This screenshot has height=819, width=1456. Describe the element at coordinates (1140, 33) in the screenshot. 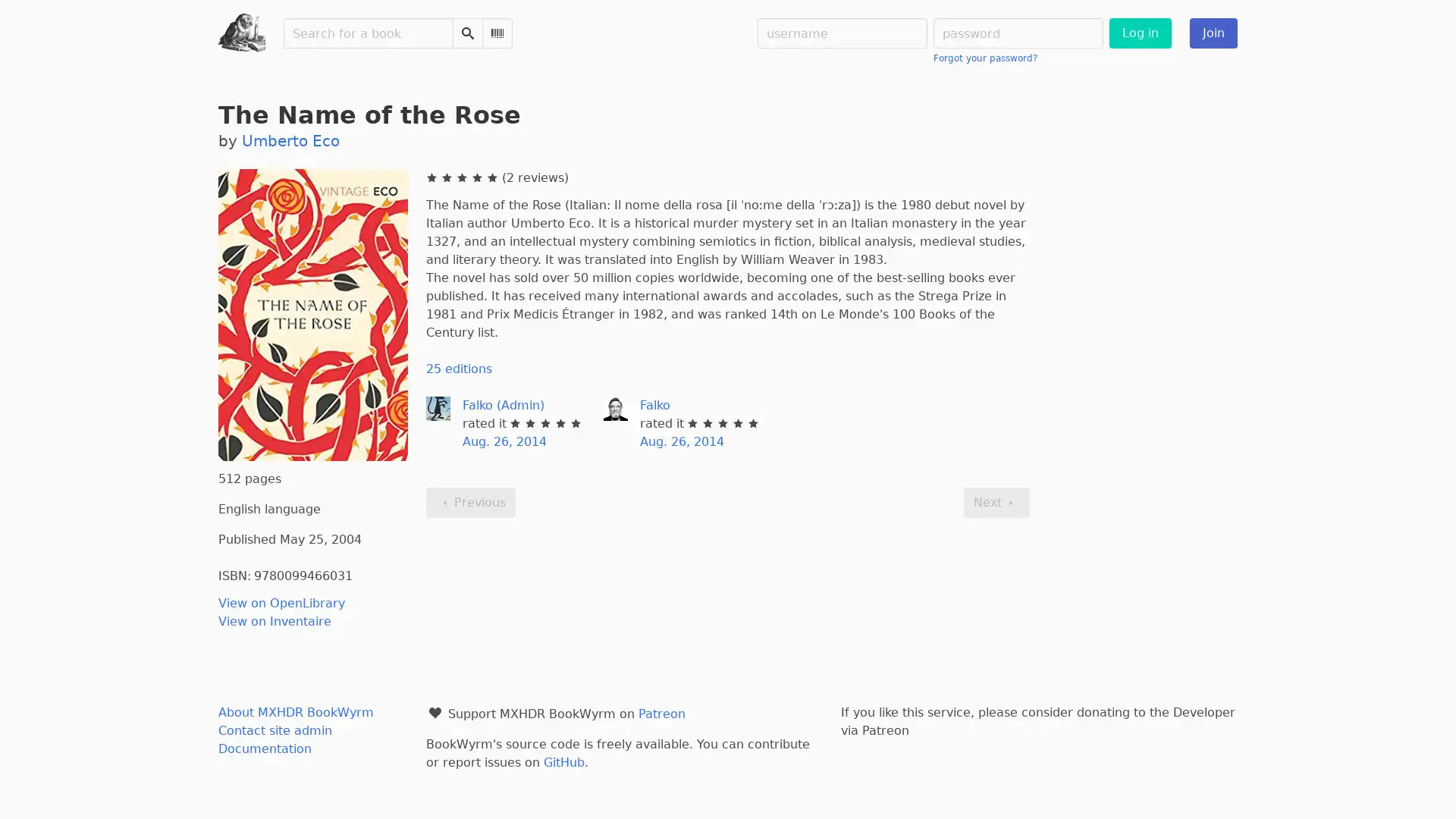

I see `Log in` at that location.